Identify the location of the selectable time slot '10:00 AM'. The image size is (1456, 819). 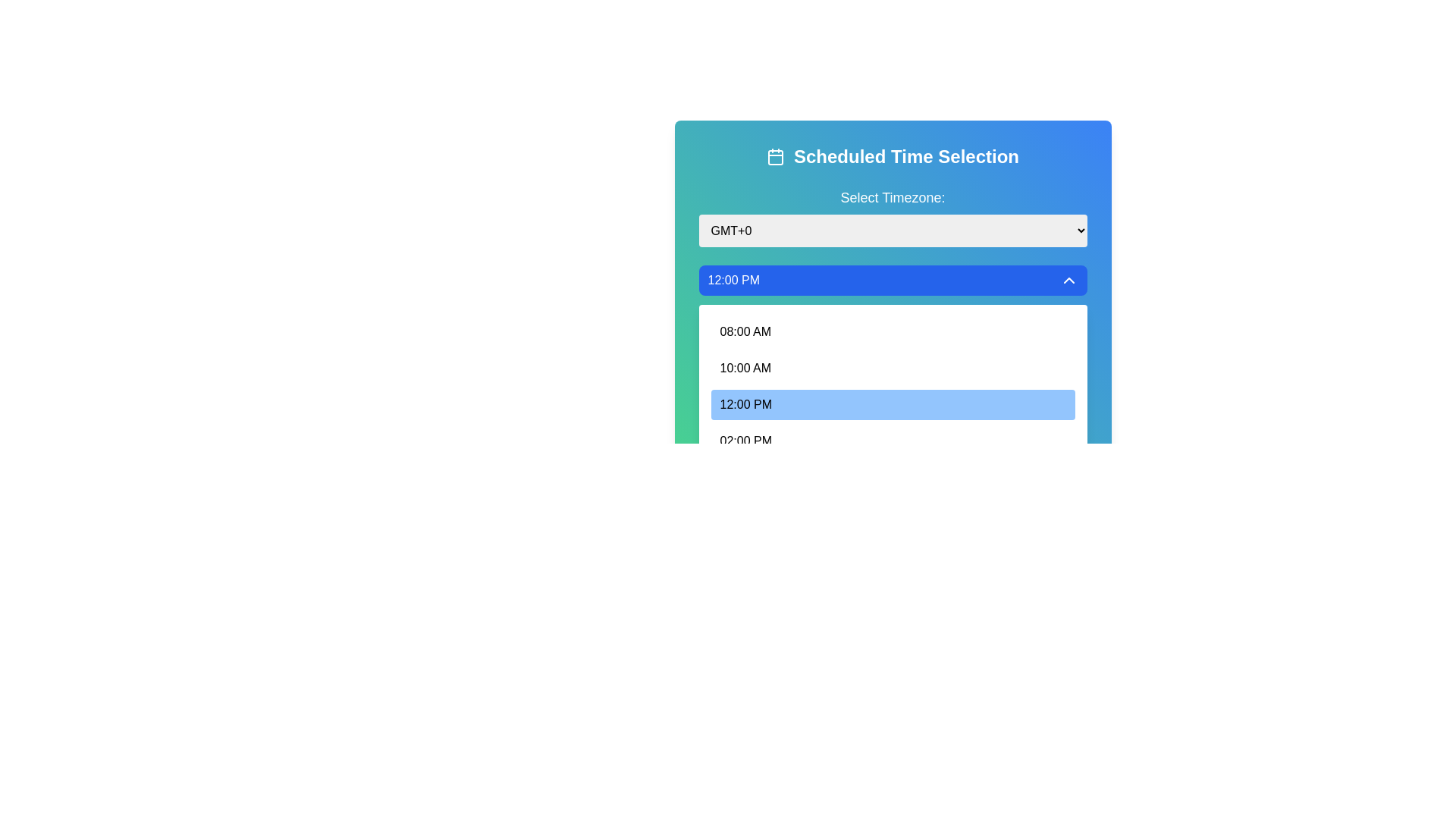
(893, 369).